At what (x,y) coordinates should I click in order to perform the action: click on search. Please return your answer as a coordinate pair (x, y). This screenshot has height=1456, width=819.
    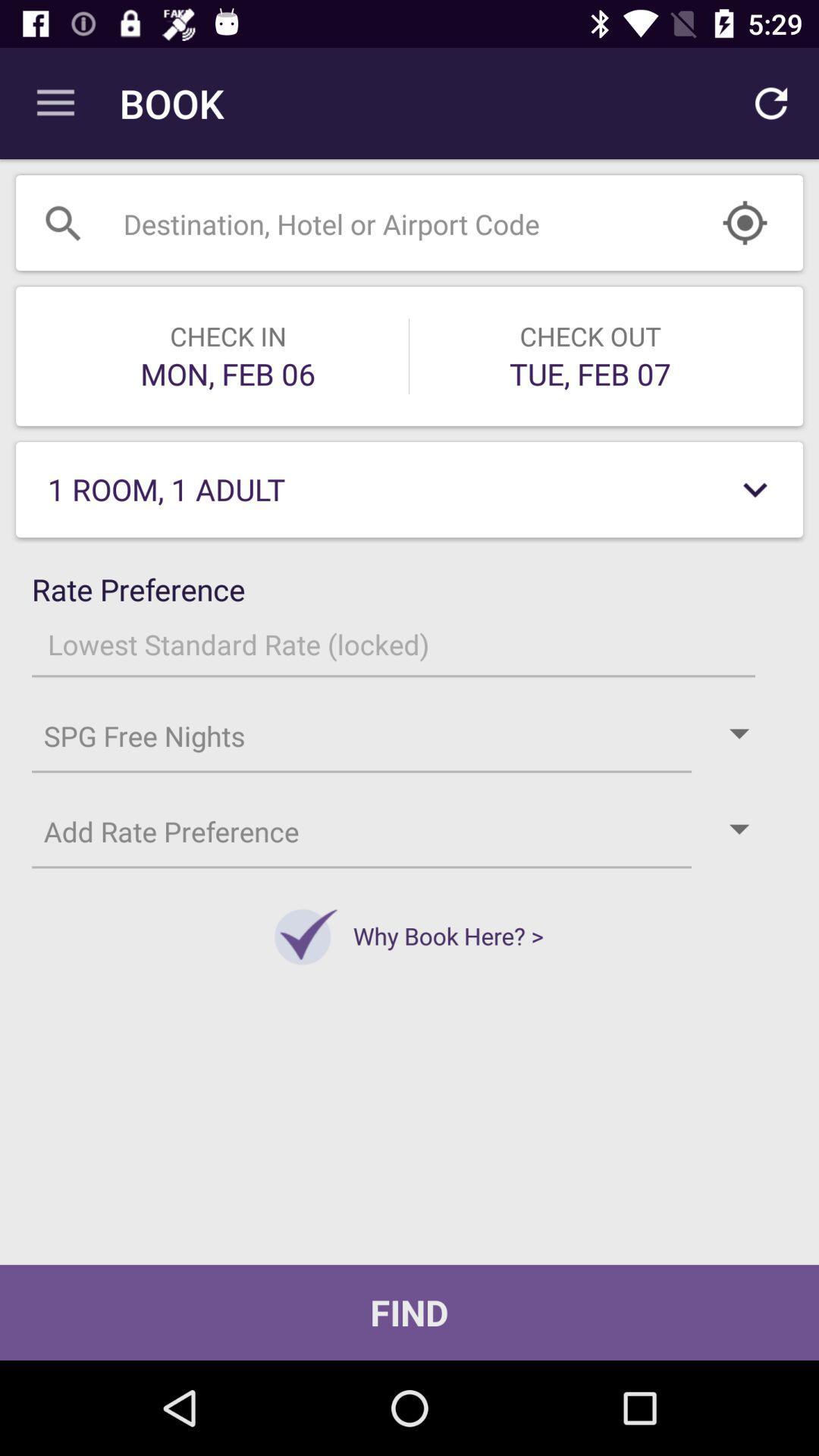
    Looking at the image, I should click on (371, 221).